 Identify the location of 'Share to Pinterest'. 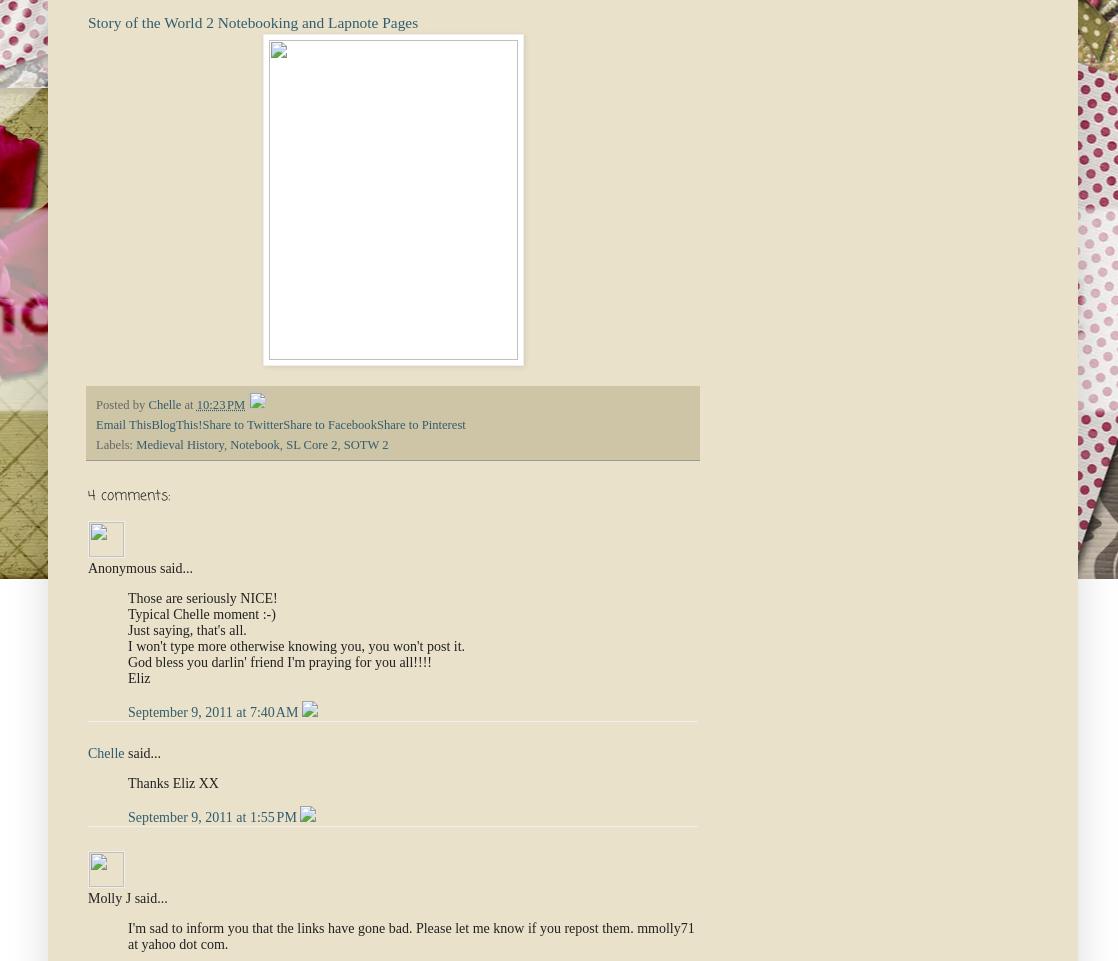
(374, 423).